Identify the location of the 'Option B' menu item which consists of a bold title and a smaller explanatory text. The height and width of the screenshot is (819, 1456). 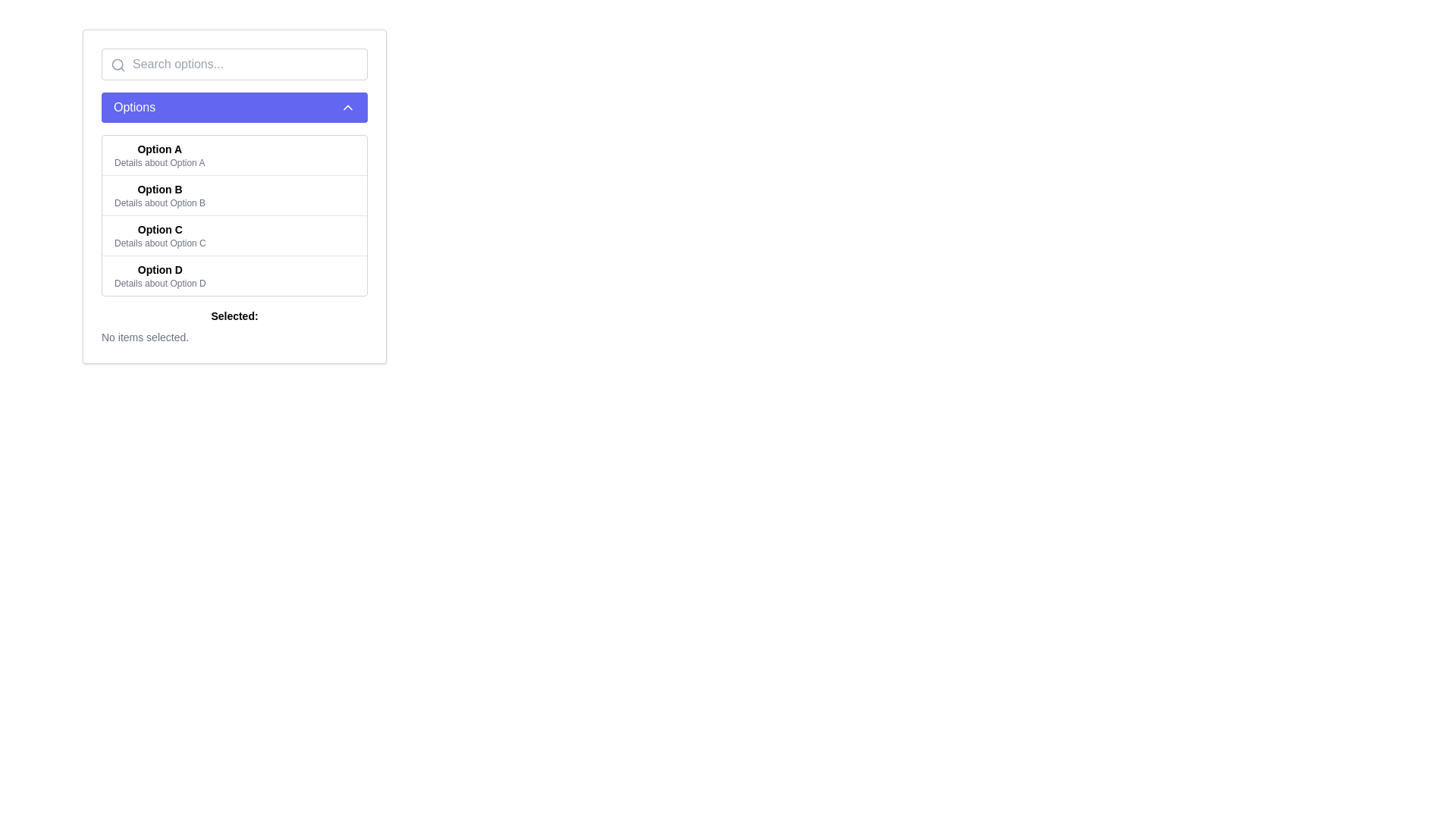
(160, 195).